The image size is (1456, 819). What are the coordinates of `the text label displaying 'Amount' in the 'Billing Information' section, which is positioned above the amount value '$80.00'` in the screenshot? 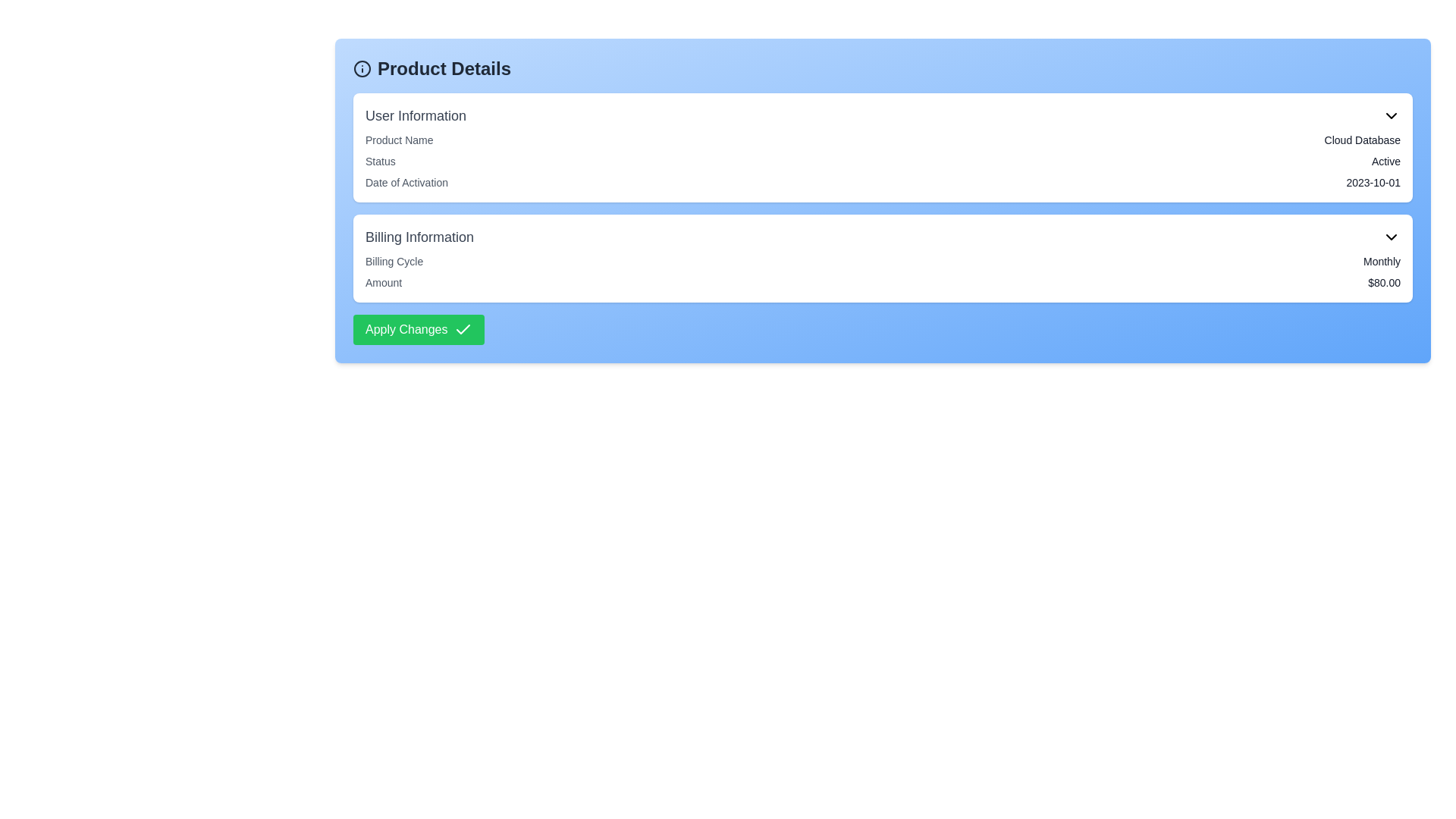 It's located at (384, 283).